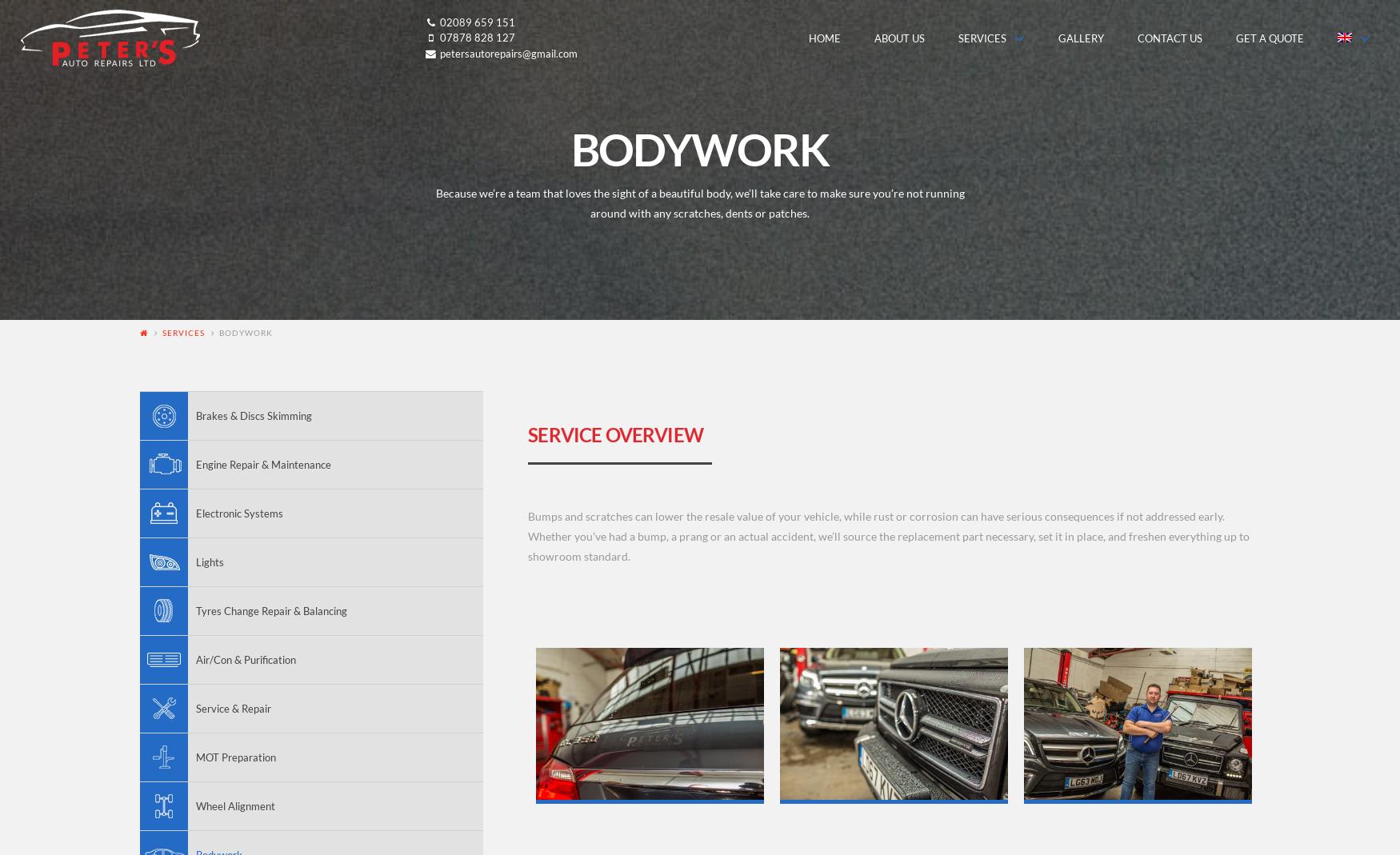 The image size is (1400, 855). Describe the element at coordinates (254, 414) in the screenshot. I see `'Brakes & Discs Skimming'` at that location.